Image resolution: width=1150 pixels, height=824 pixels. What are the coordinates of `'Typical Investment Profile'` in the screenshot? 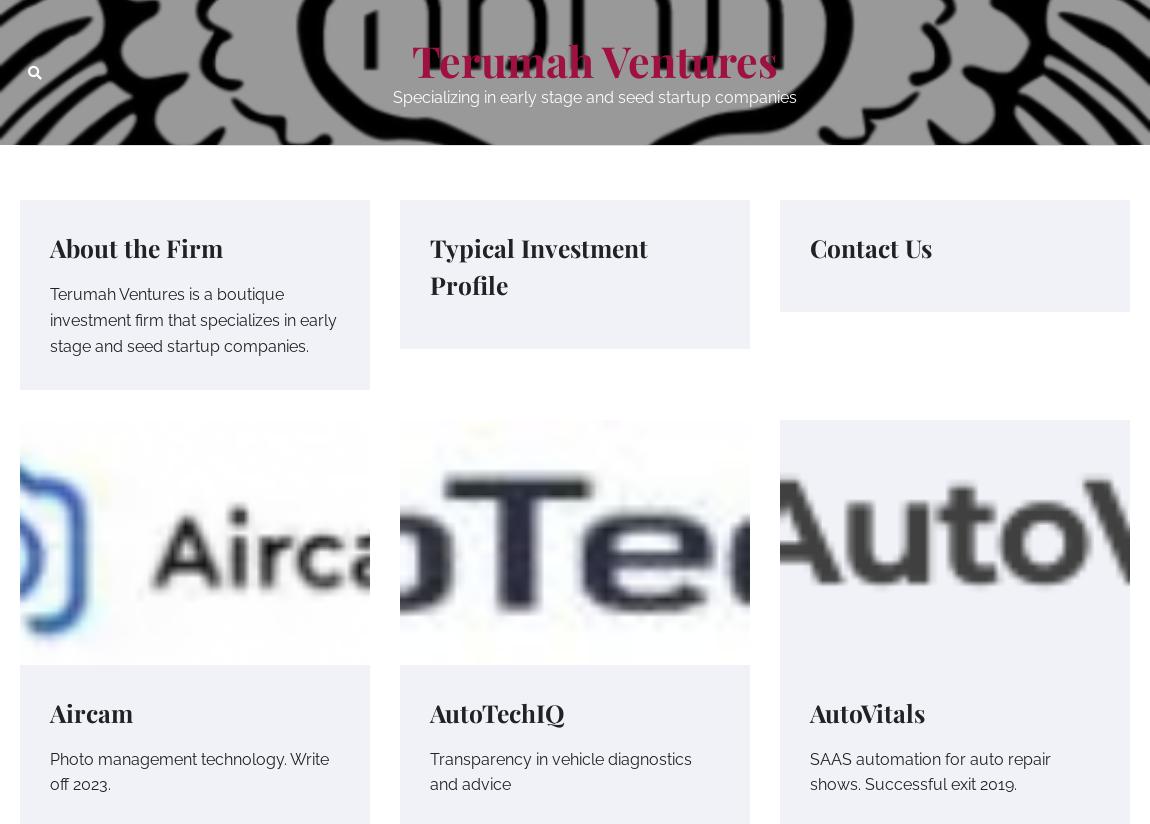 It's located at (539, 265).